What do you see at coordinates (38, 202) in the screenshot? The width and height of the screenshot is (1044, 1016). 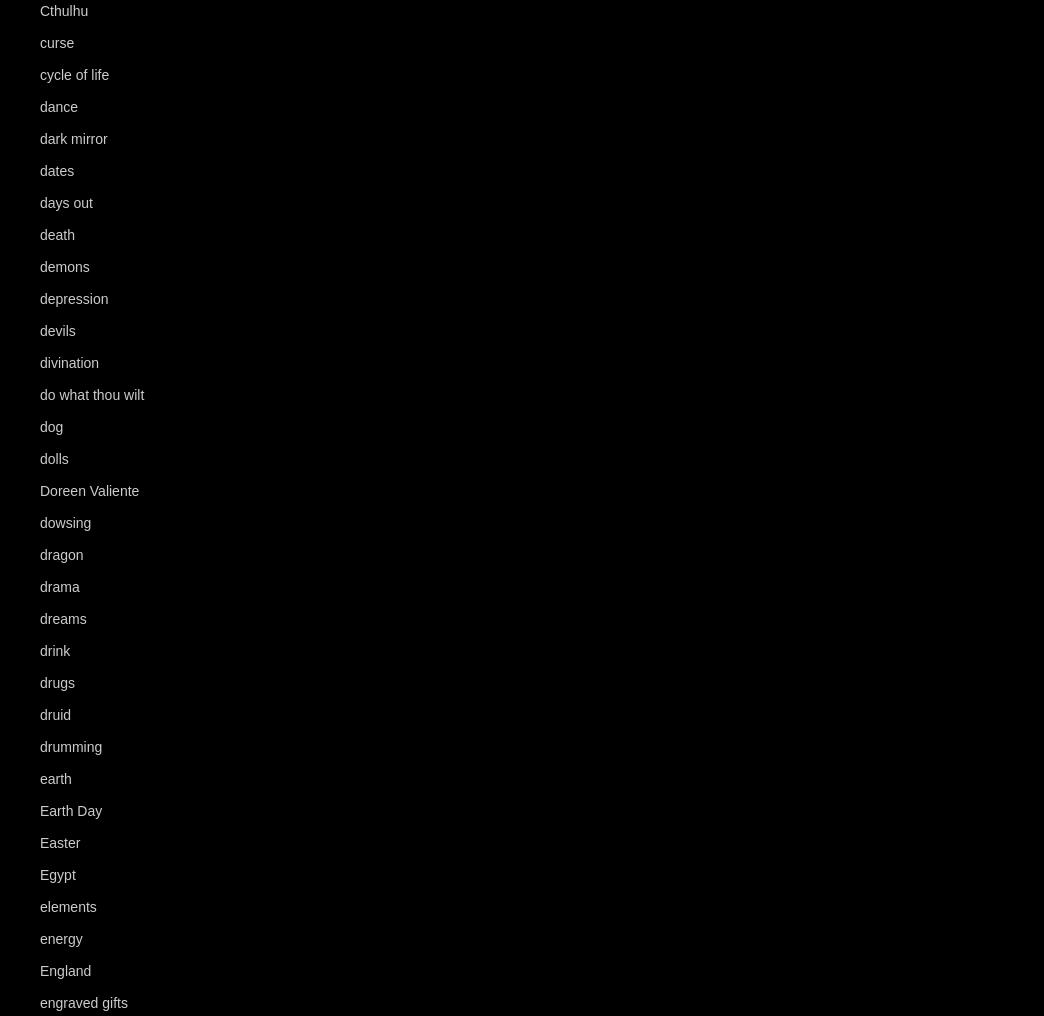 I see `'days out'` at bounding box center [38, 202].